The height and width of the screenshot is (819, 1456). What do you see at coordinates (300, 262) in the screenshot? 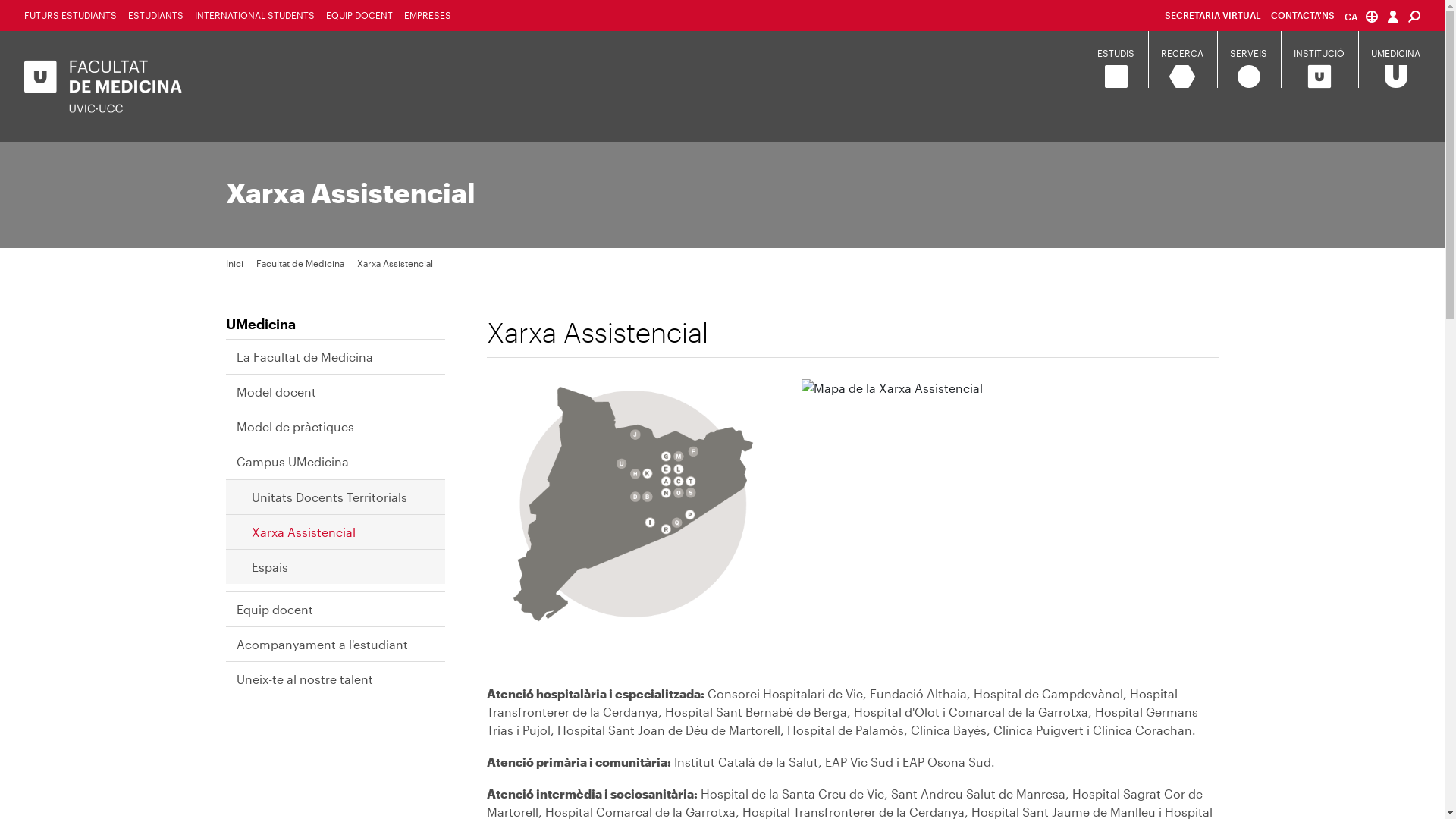
I see `'Facultat de Medicina'` at bounding box center [300, 262].